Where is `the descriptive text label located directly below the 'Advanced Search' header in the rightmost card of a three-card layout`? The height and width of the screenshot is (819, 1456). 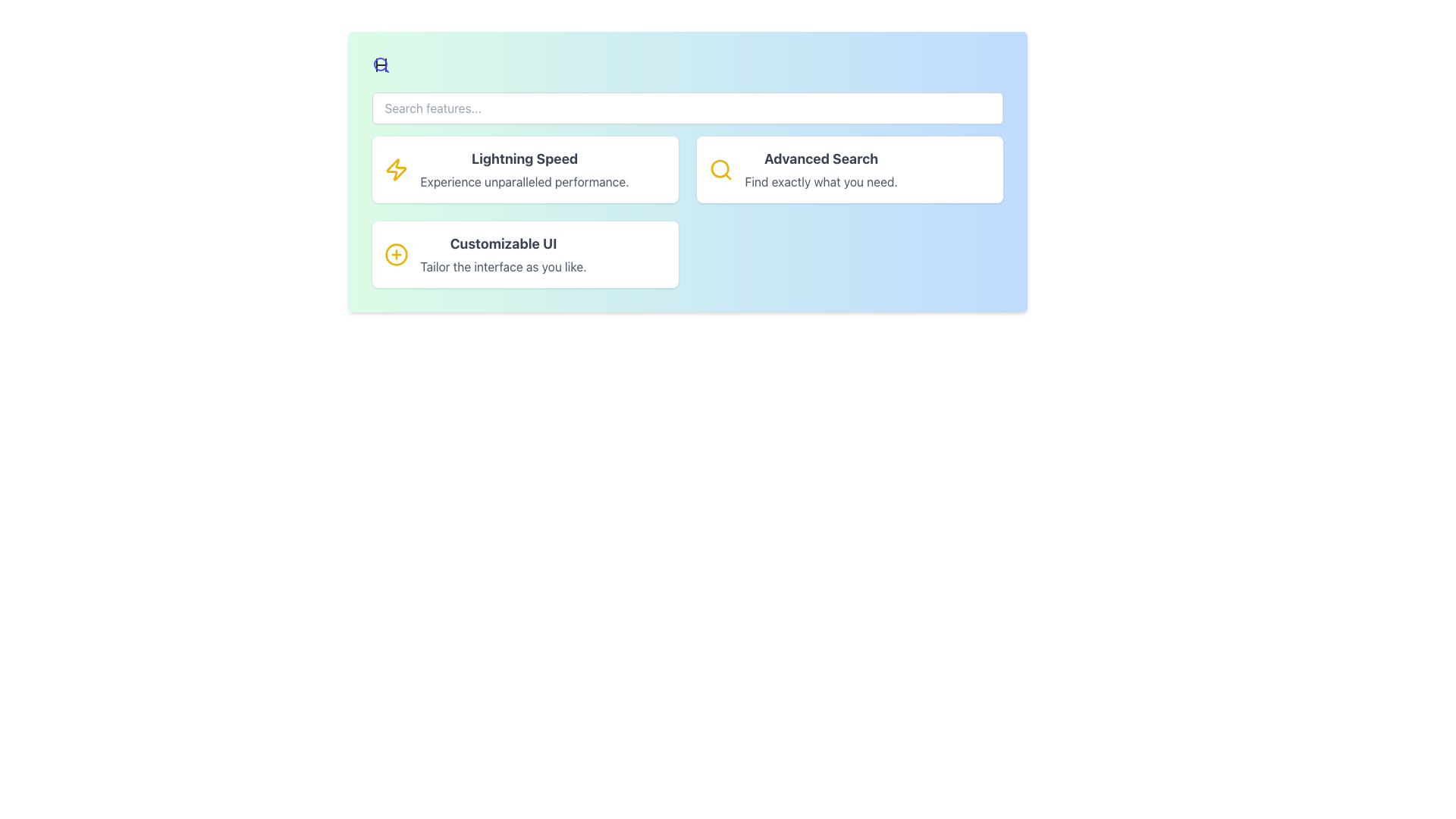
the descriptive text label located directly below the 'Advanced Search' header in the rightmost card of a three-card layout is located at coordinates (821, 180).